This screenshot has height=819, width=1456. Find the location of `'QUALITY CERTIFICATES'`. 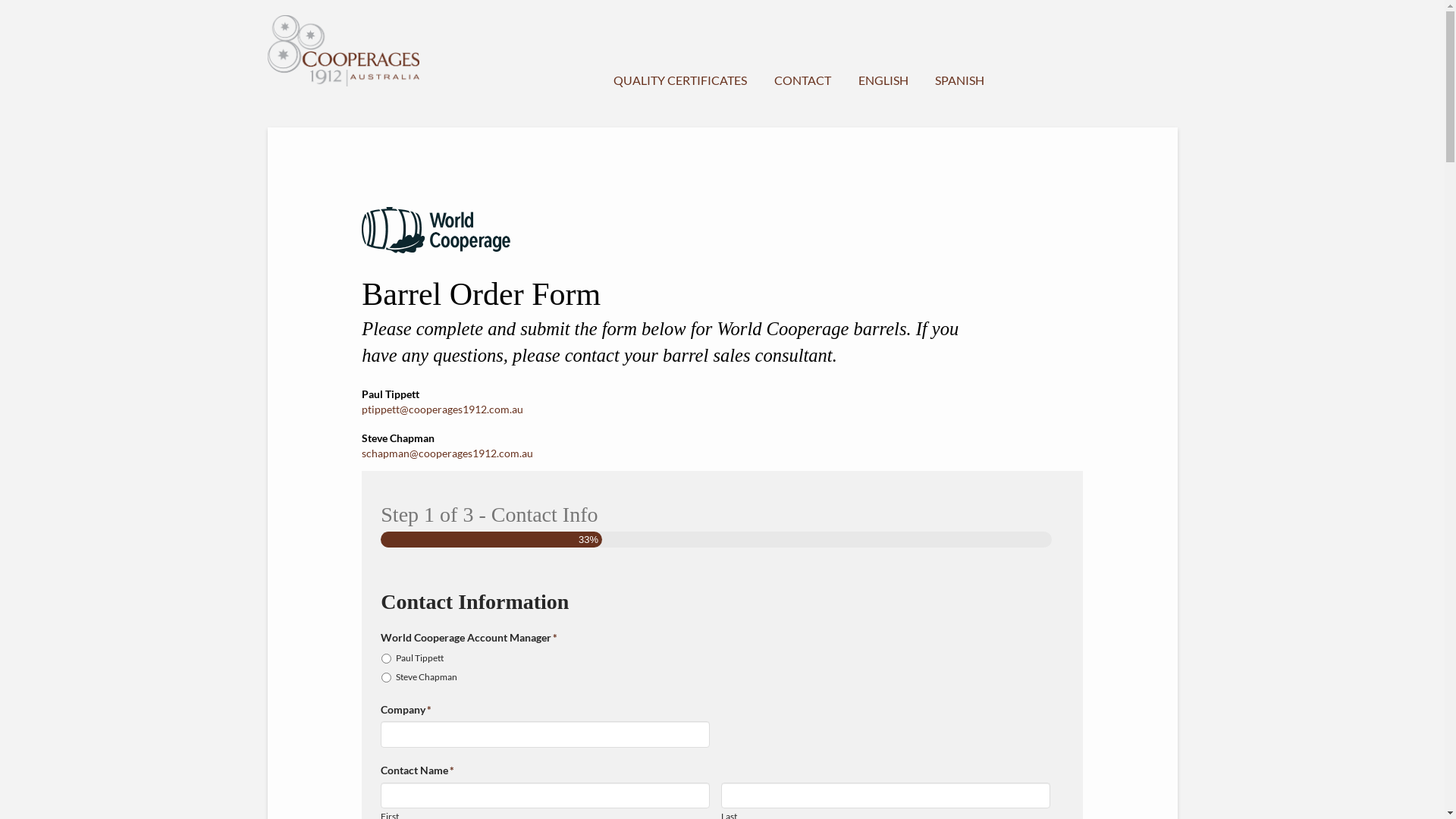

'QUALITY CERTIFICATES' is located at coordinates (679, 53).